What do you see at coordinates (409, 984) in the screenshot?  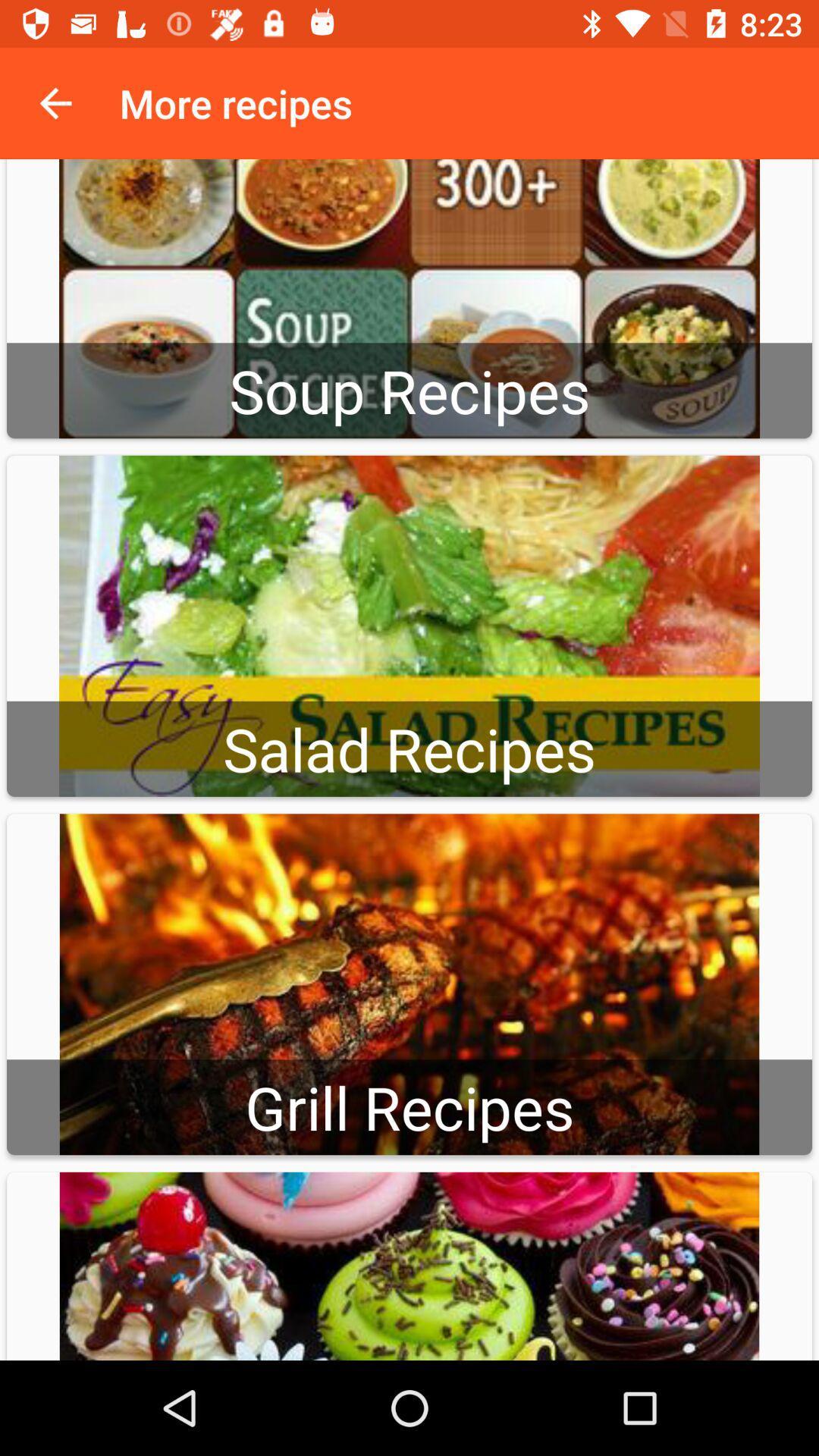 I see `the image grill recipes` at bounding box center [409, 984].